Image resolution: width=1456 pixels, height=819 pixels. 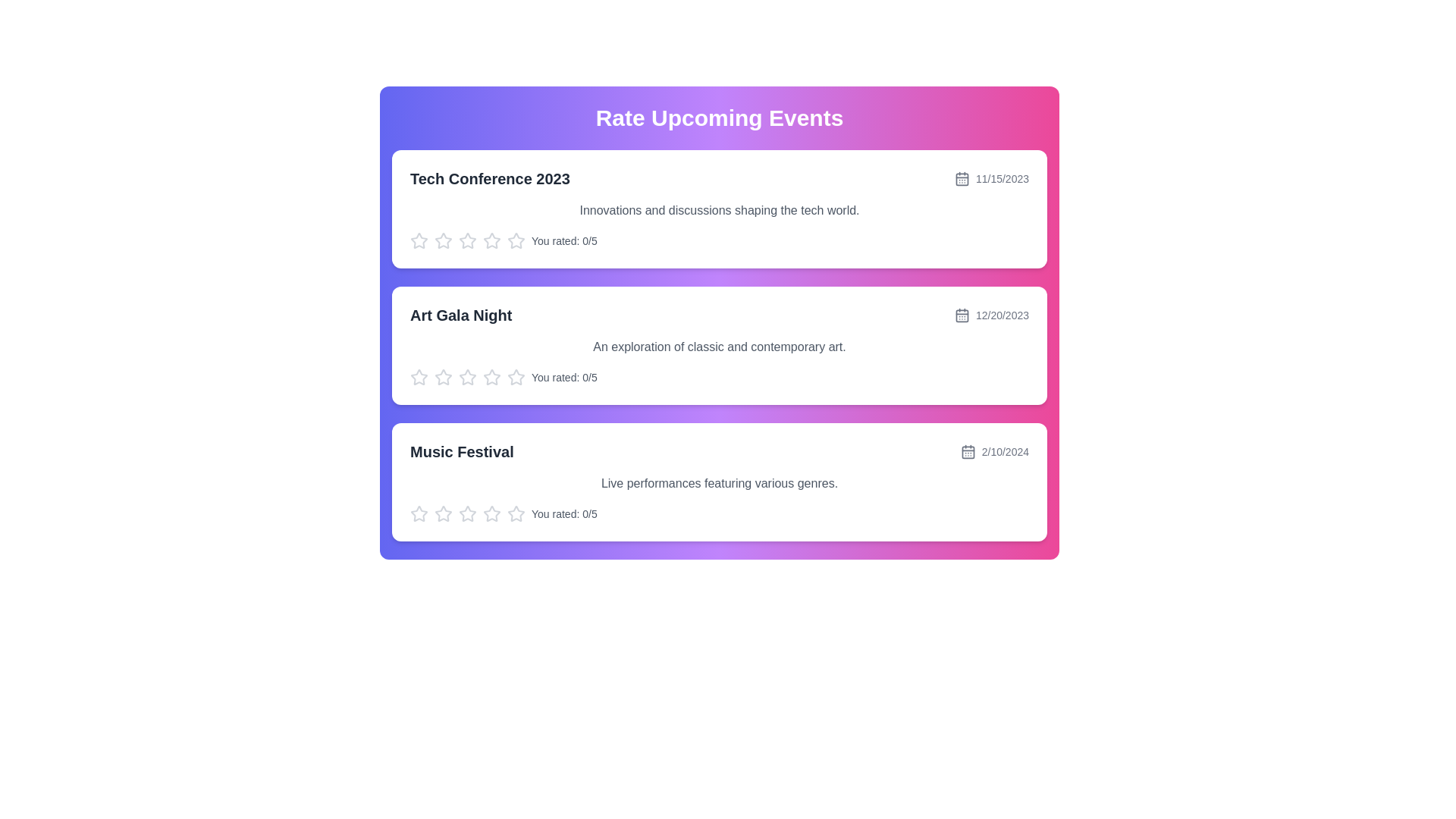 I want to click on the fourth star-shaped rating icon, which is grayish with a thin outline, located under the 'Art Gala Night' title, so click(x=467, y=376).